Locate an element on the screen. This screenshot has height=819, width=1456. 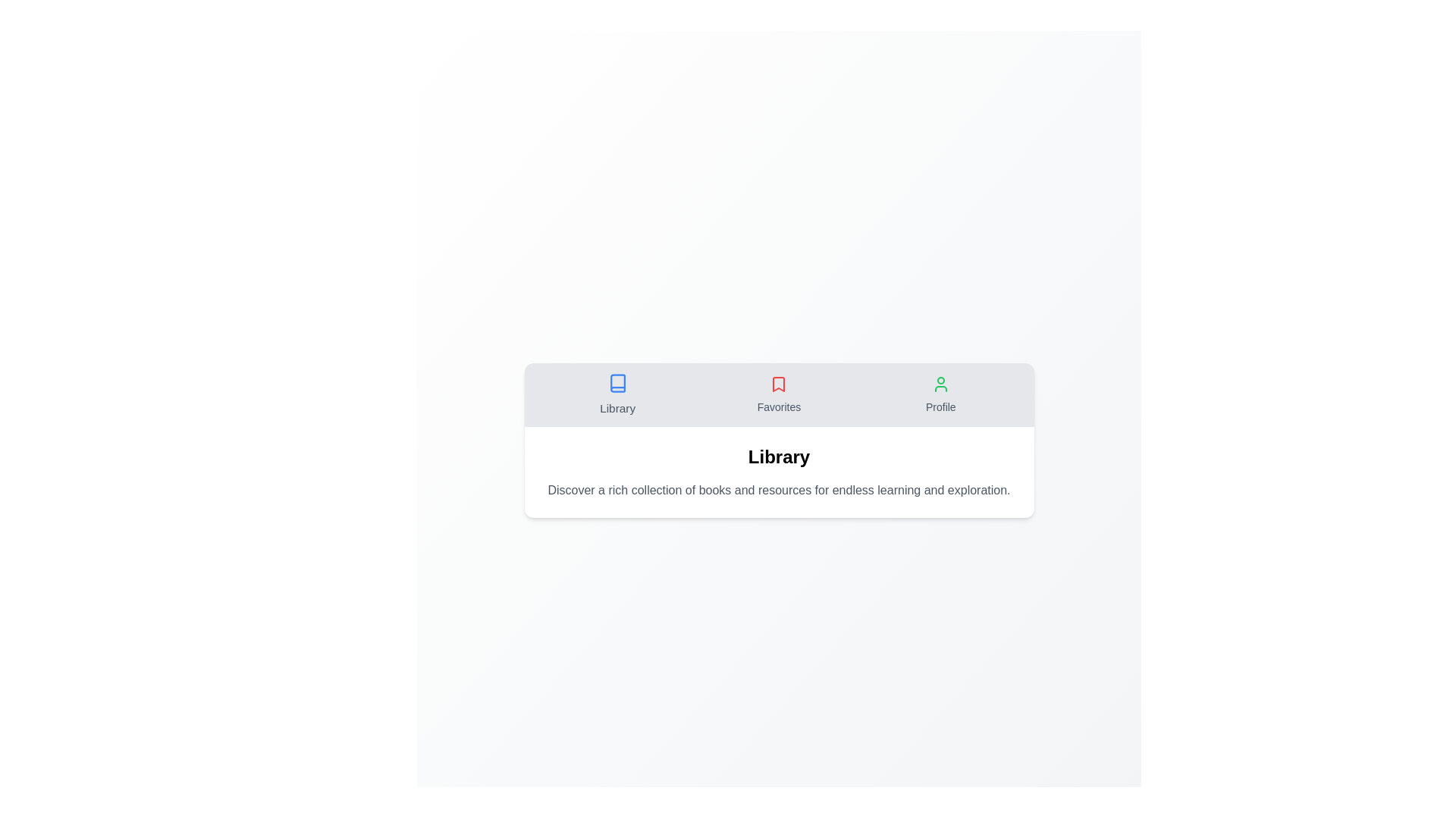
the tab labeled Profile is located at coordinates (939, 394).